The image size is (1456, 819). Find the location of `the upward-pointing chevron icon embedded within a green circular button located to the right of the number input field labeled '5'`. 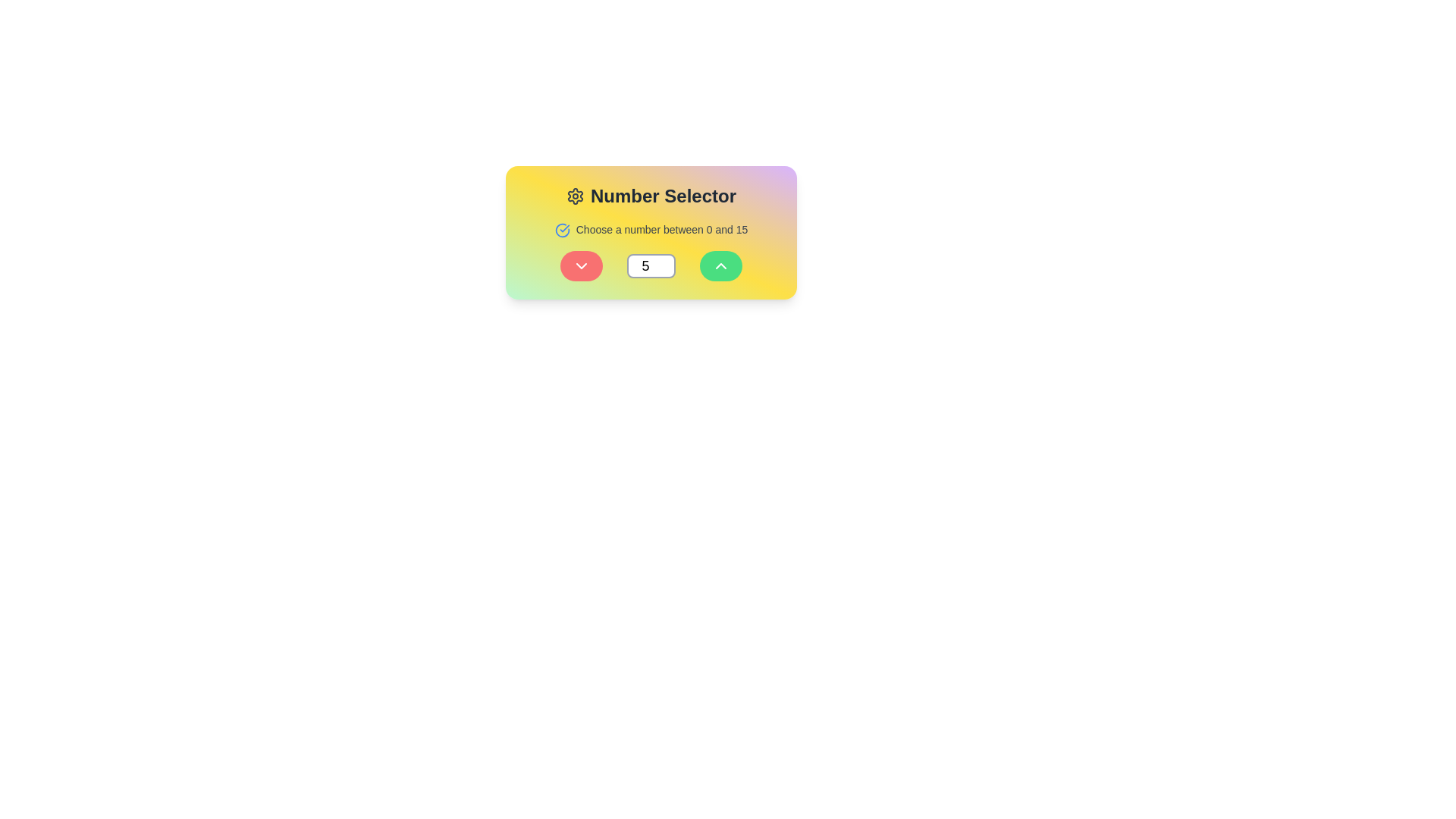

the upward-pointing chevron icon embedded within a green circular button located to the right of the number input field labeled '5' is located at coordinates (720, 265).